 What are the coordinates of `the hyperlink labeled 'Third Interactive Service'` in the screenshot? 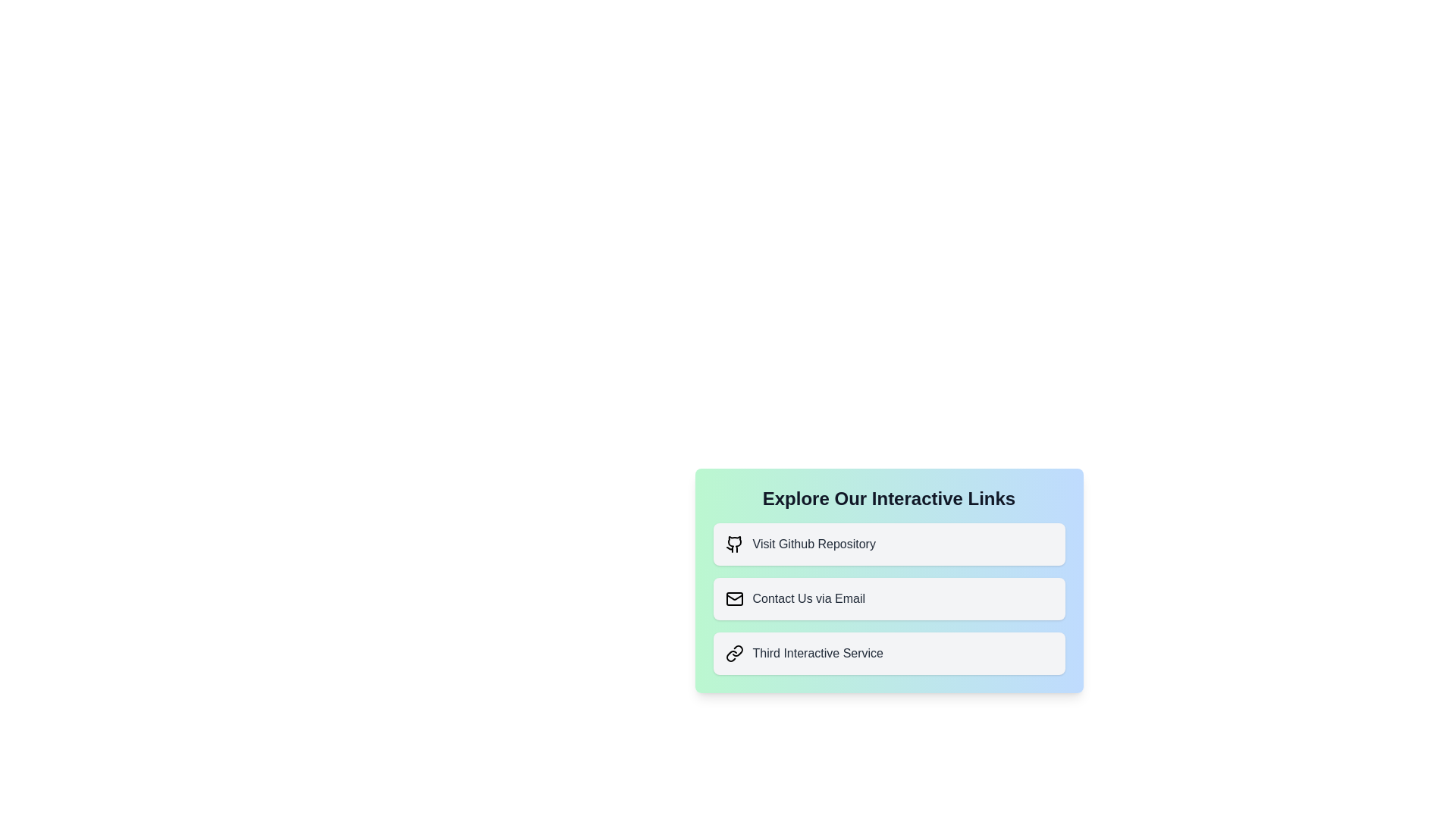 It's located at (889, 652).